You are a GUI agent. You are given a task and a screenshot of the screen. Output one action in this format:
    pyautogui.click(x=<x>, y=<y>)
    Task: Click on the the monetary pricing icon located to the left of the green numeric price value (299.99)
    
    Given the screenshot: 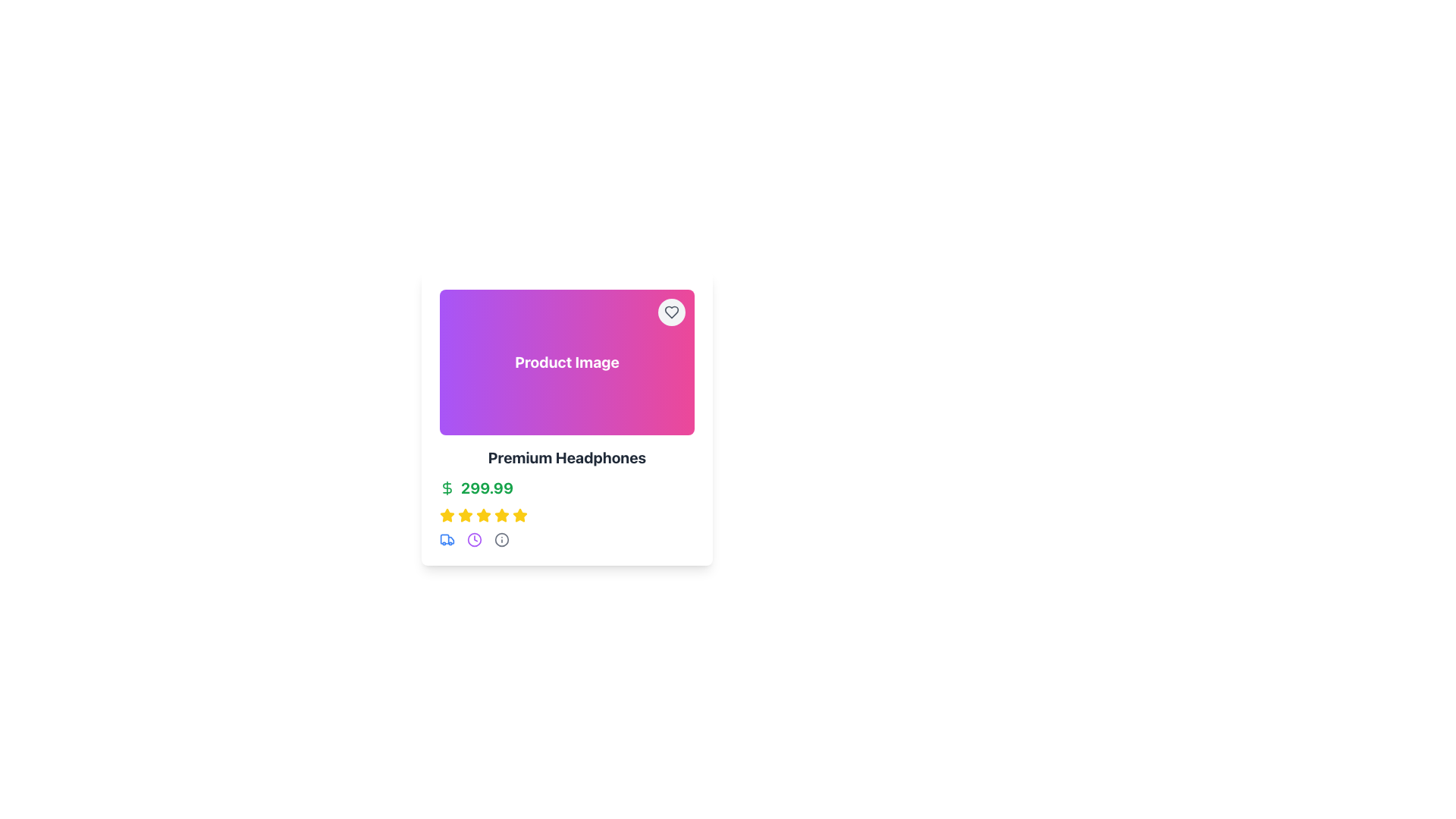 What is the action you would take?
    pyautogui.click(x=447, y=488)
    